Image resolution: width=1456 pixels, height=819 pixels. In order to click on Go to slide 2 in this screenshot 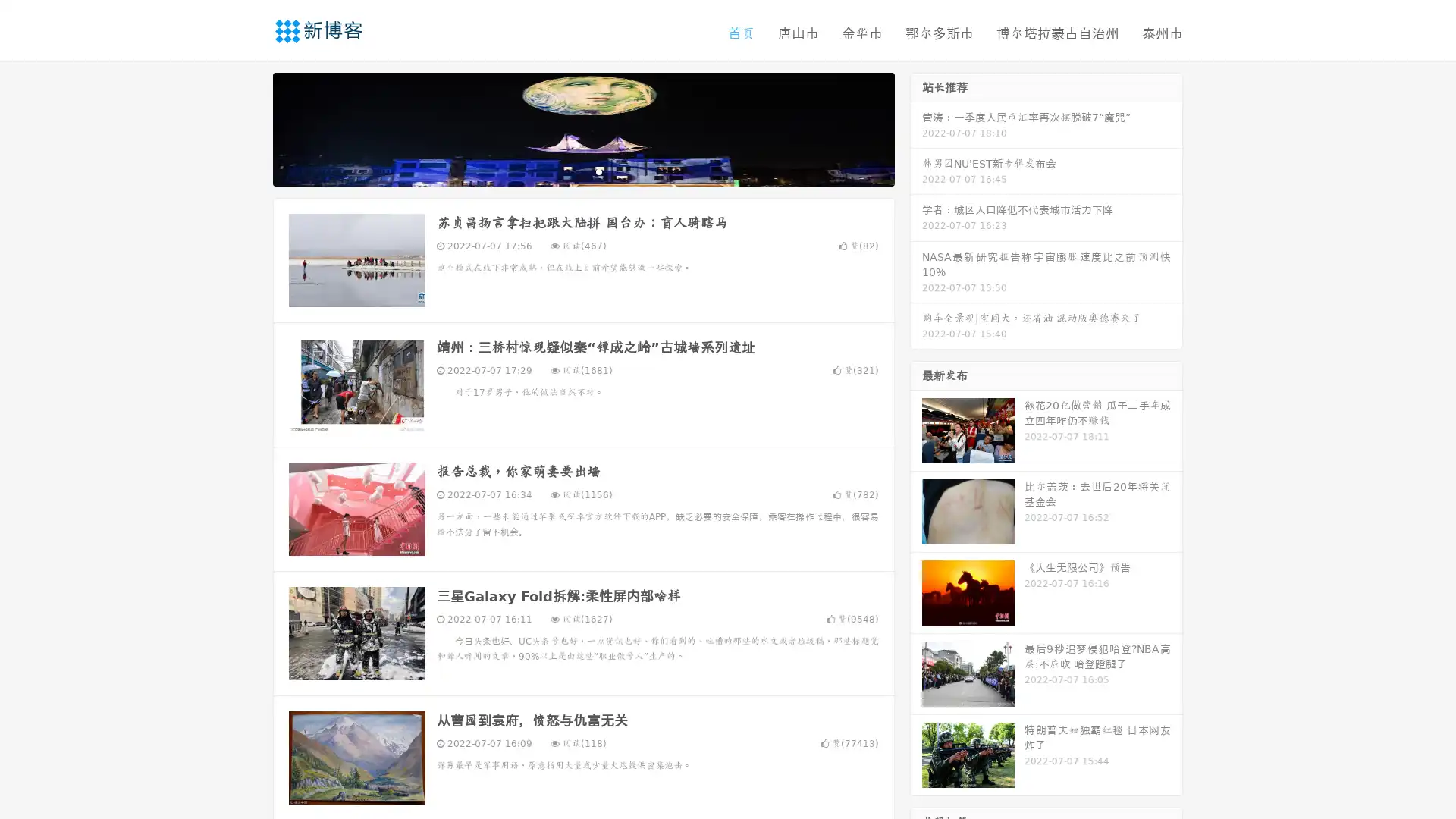, I will do `click(582, 171)`.